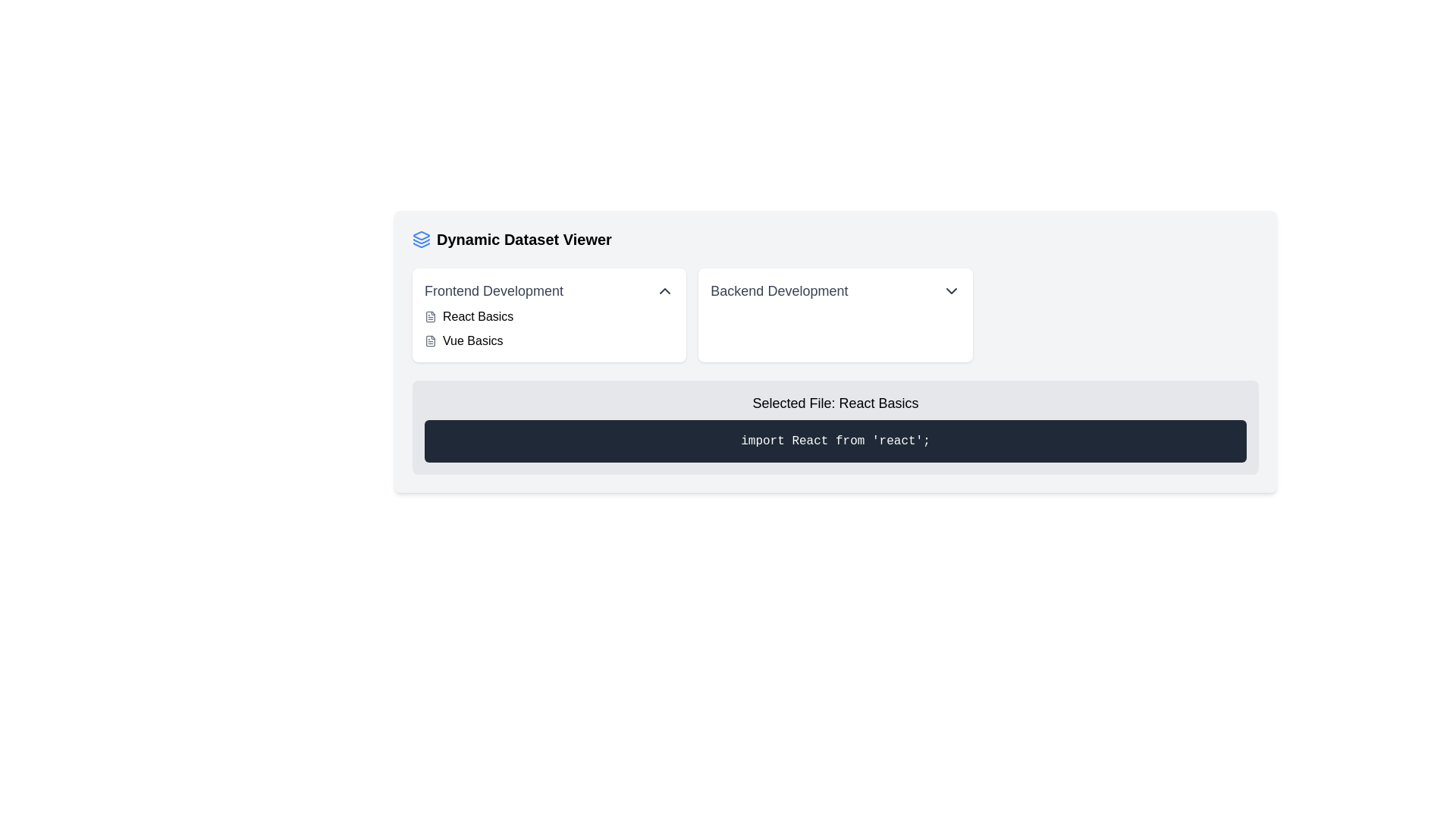 This screenshot has height=819, width=1456. Describe the element at coordinates (950, 291) in the screenshot. I see `the chevron icon located on the right edge of the 'Backend Development' section title` at that location.